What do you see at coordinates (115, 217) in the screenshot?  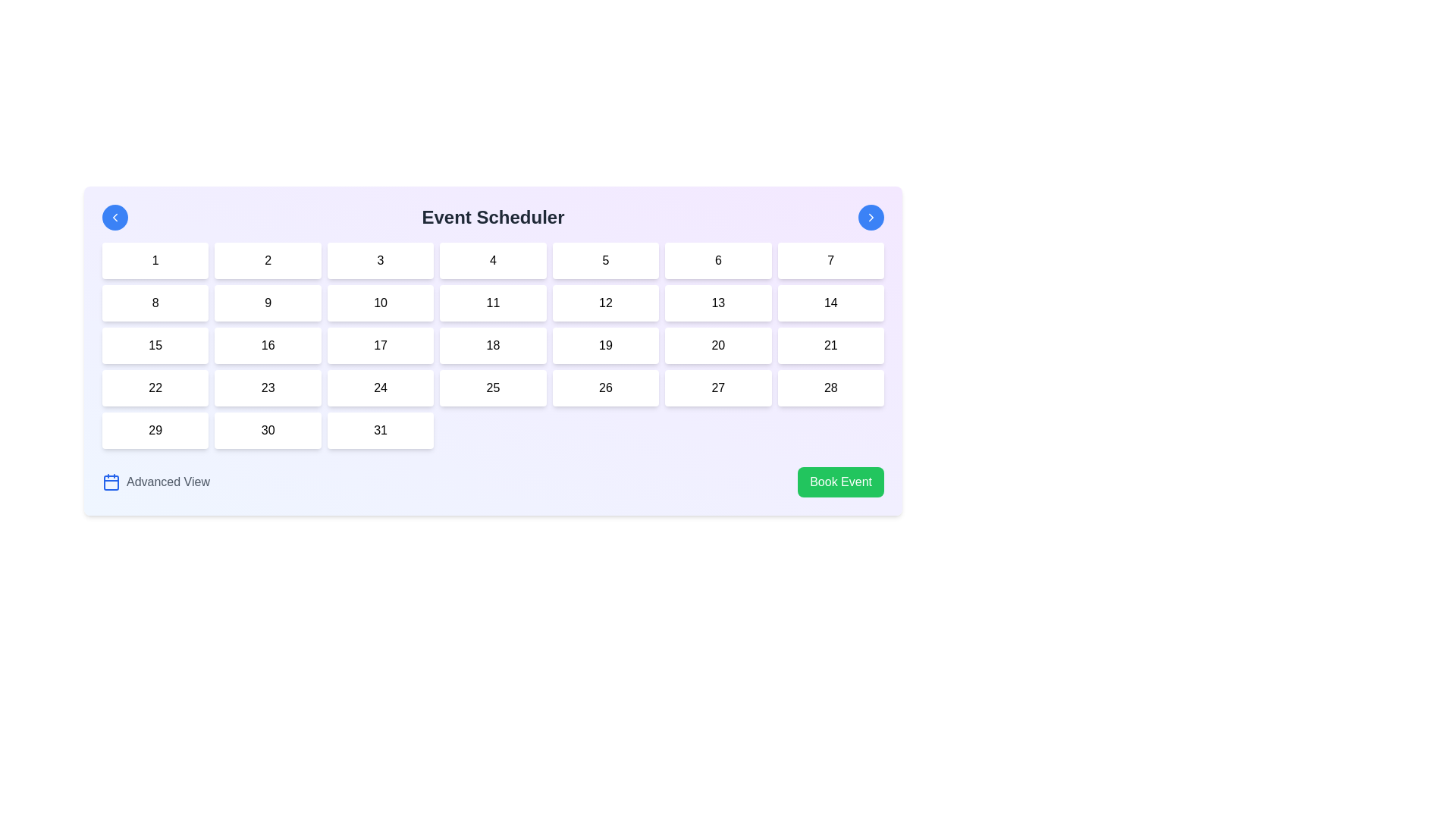 I see `the blue circular back navigation icon located at the top-left corner of the scheduler interface` at bounding box center [115, 217].